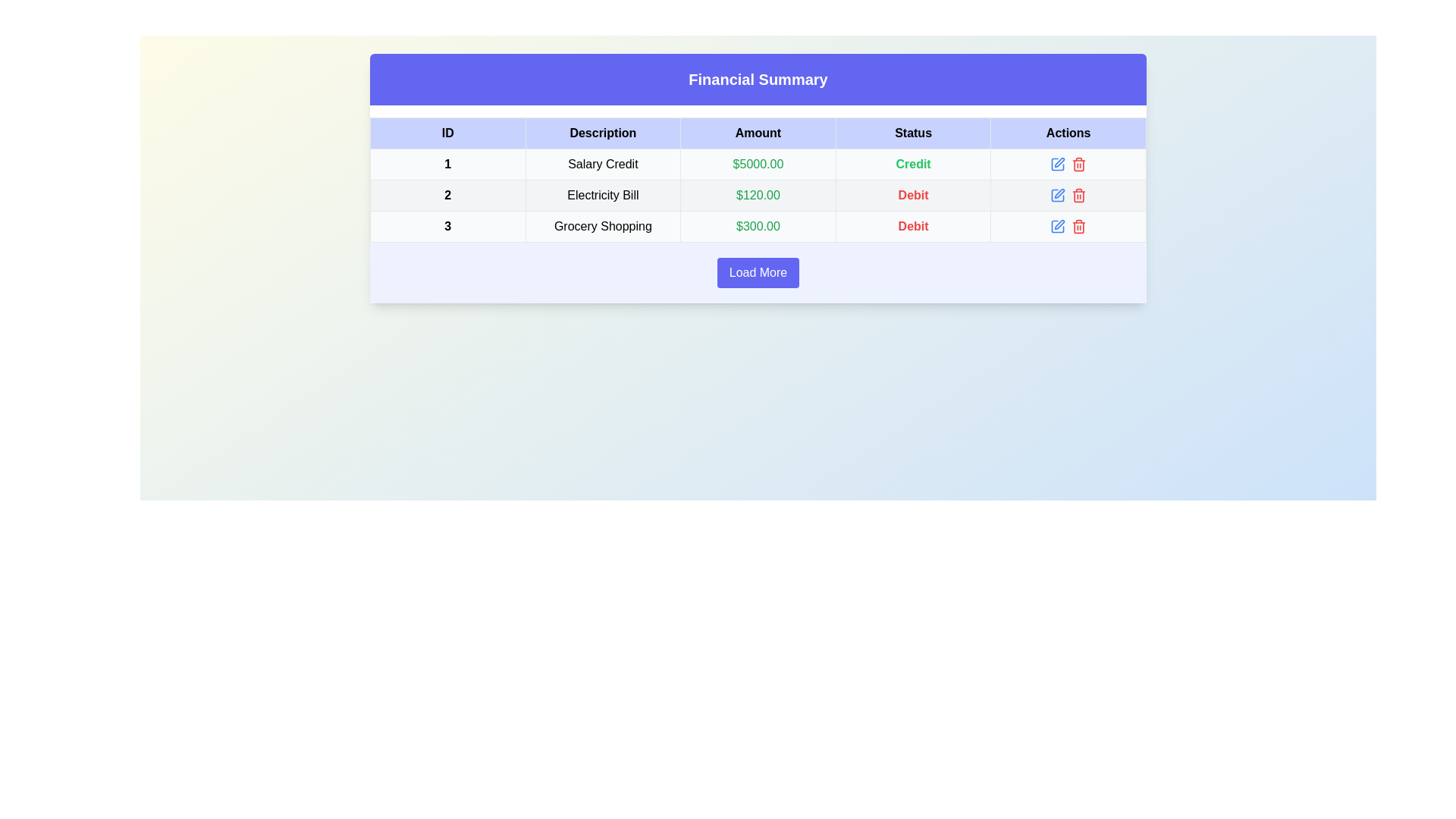 This screenshot has height=819, width=1456. I want to click on the blue edit icon in the 'Actions' column of the last row of the table, so click(1057, 227).